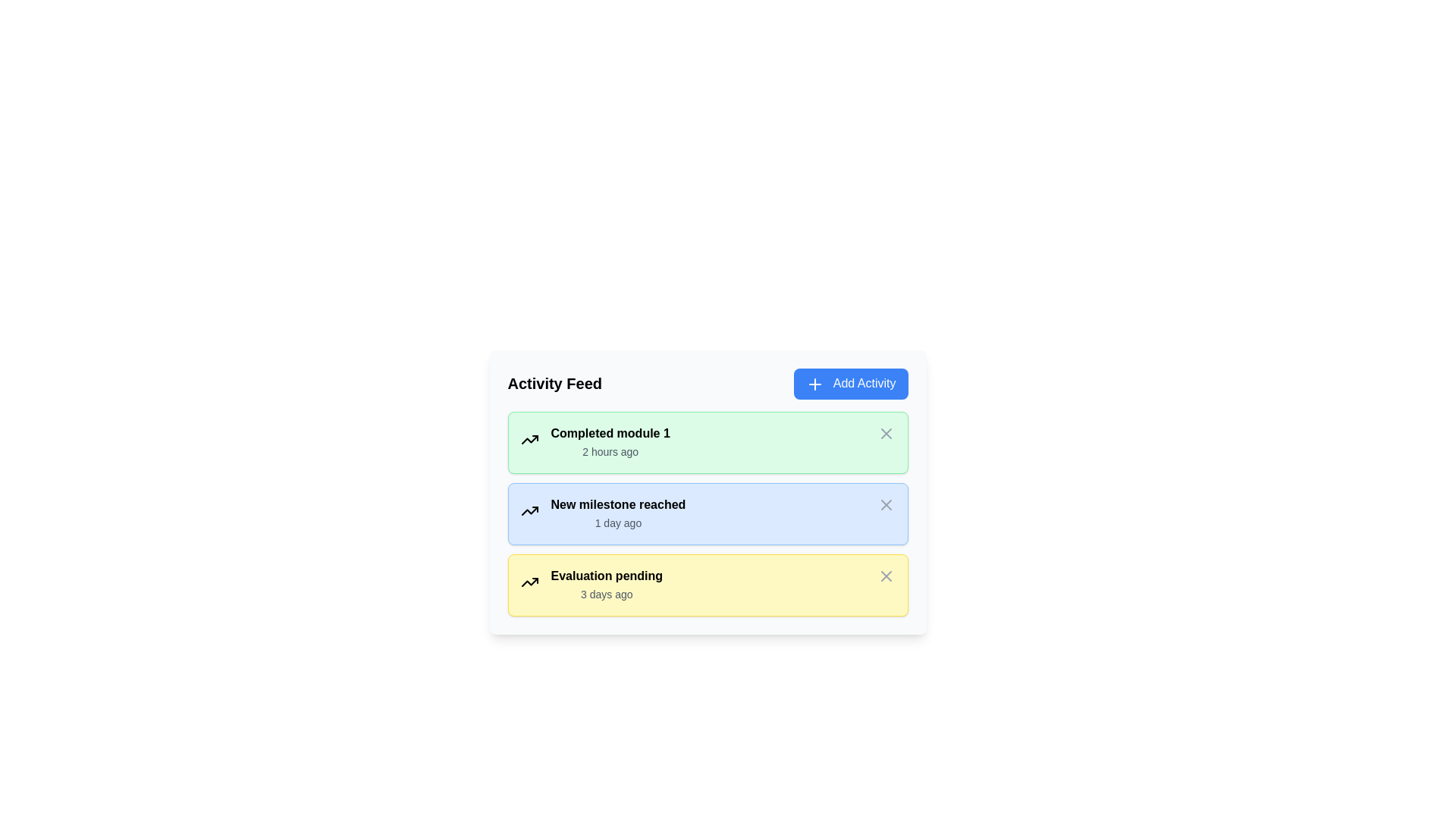 This screenshot has width=1456, height=819. Describe the element at coordinates (610, 433) in the screenshot. I see `bold text label that says 'Completed module 1' located in the top card of the activity feed` at that location.